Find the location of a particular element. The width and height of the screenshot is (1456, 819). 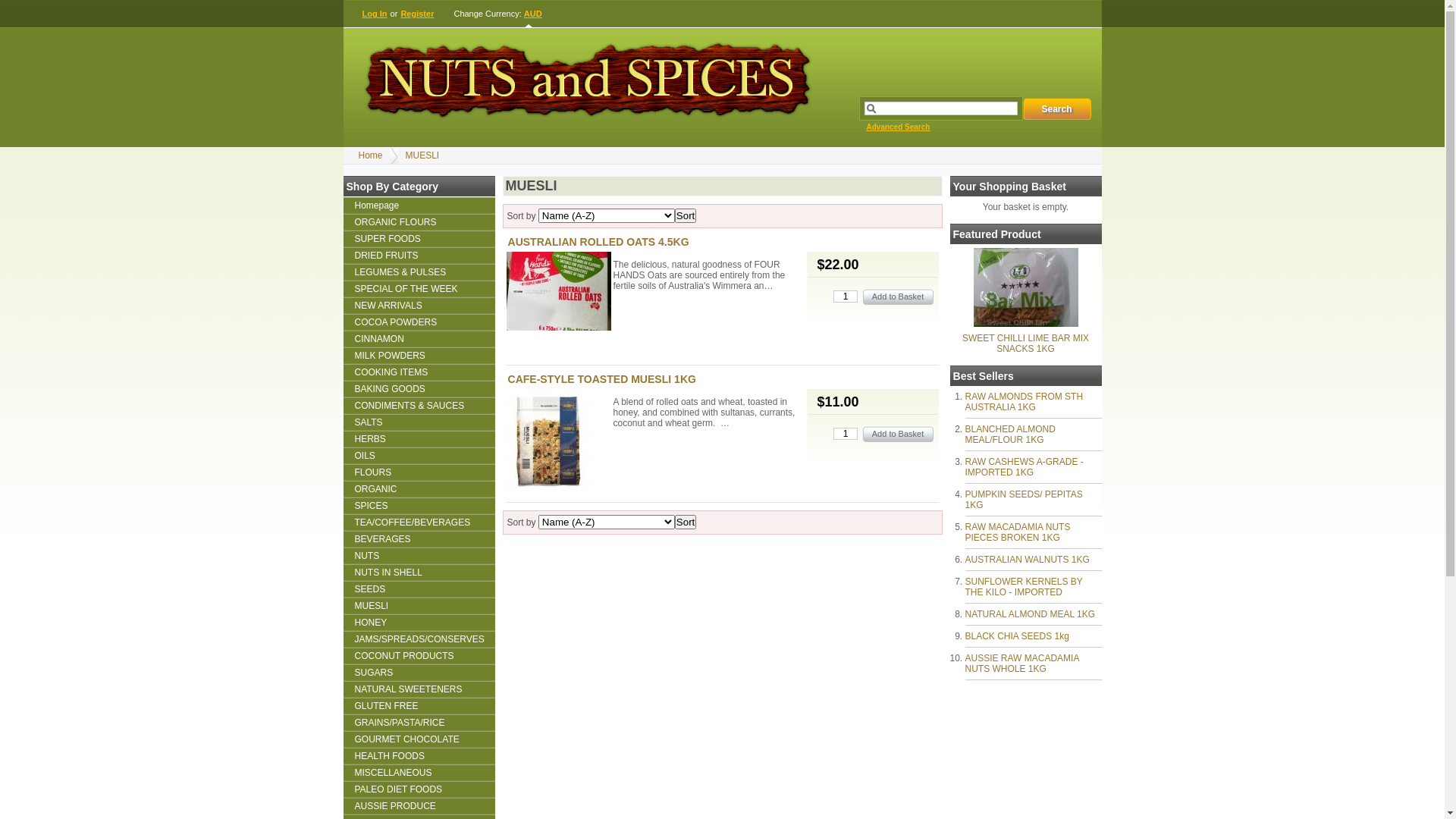

'SALTS' is located at coordinates (419, 422).